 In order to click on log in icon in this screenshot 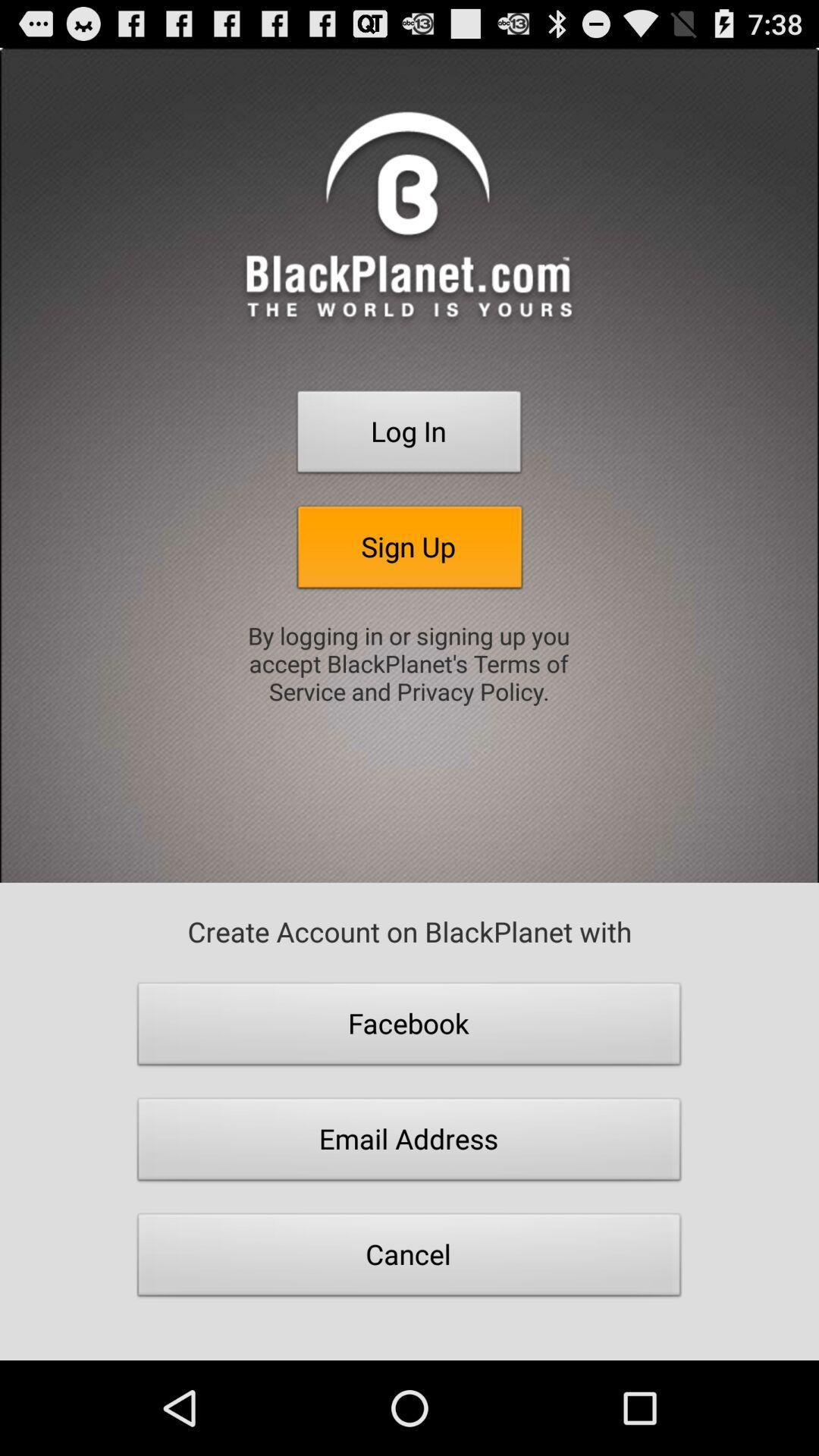, I will do `click(409, 435)`.